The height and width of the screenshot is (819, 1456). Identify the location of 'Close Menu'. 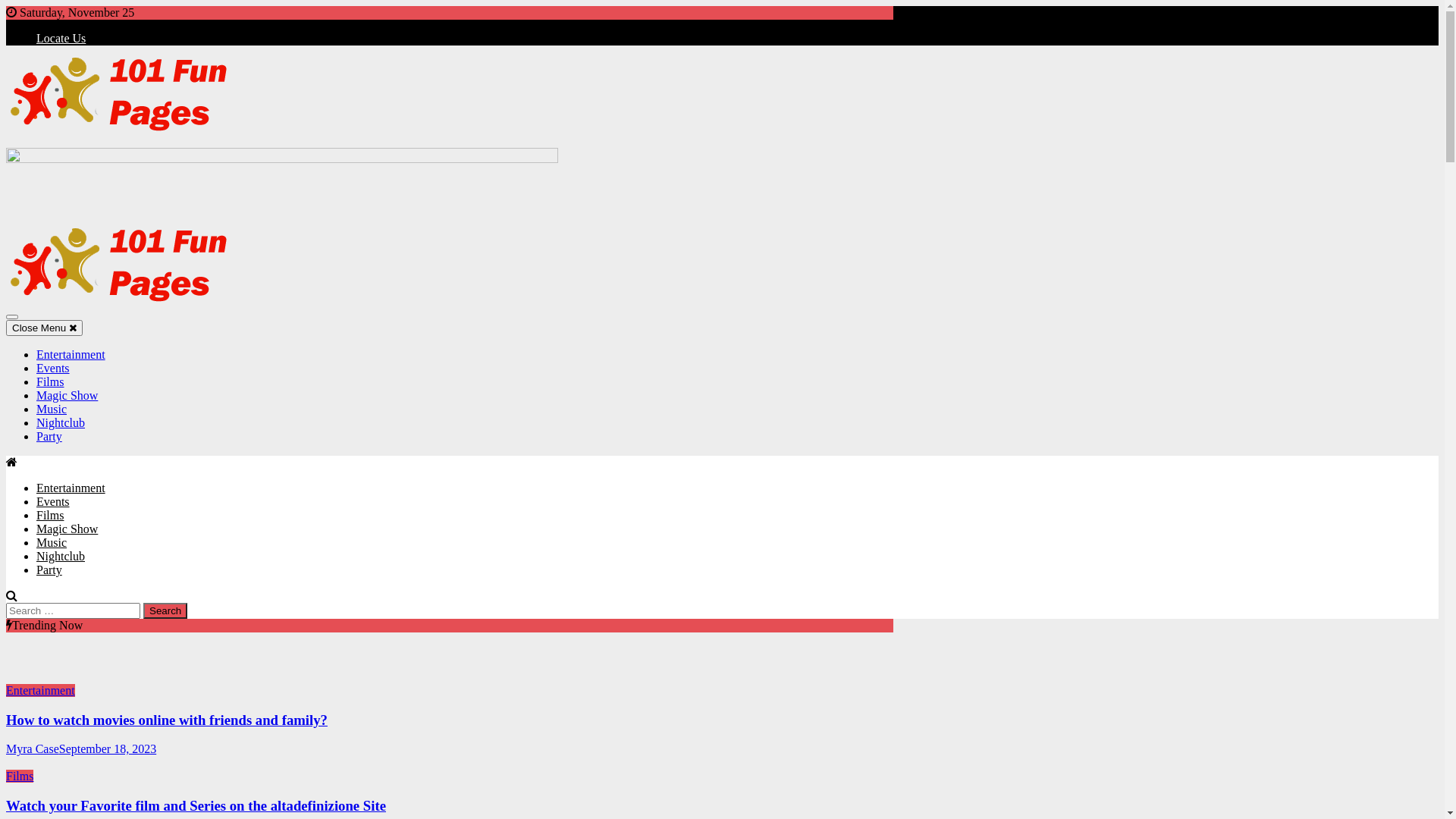
(44, 327).